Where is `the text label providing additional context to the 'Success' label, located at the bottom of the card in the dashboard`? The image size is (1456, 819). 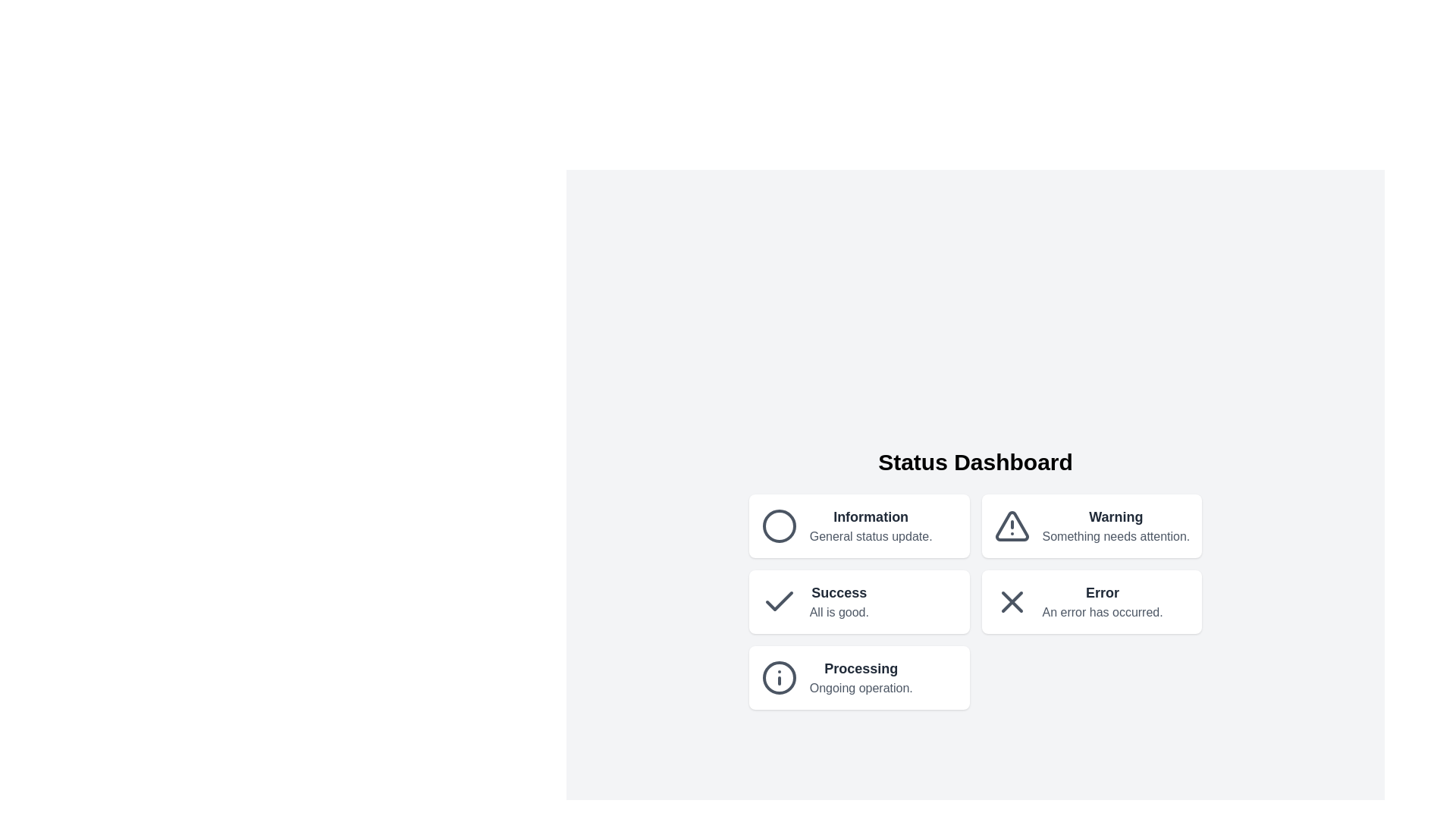
the text label providing additional context to the 'Success' label, located at the bottom of the card in the dashboard is located at coordinates (838, 611).